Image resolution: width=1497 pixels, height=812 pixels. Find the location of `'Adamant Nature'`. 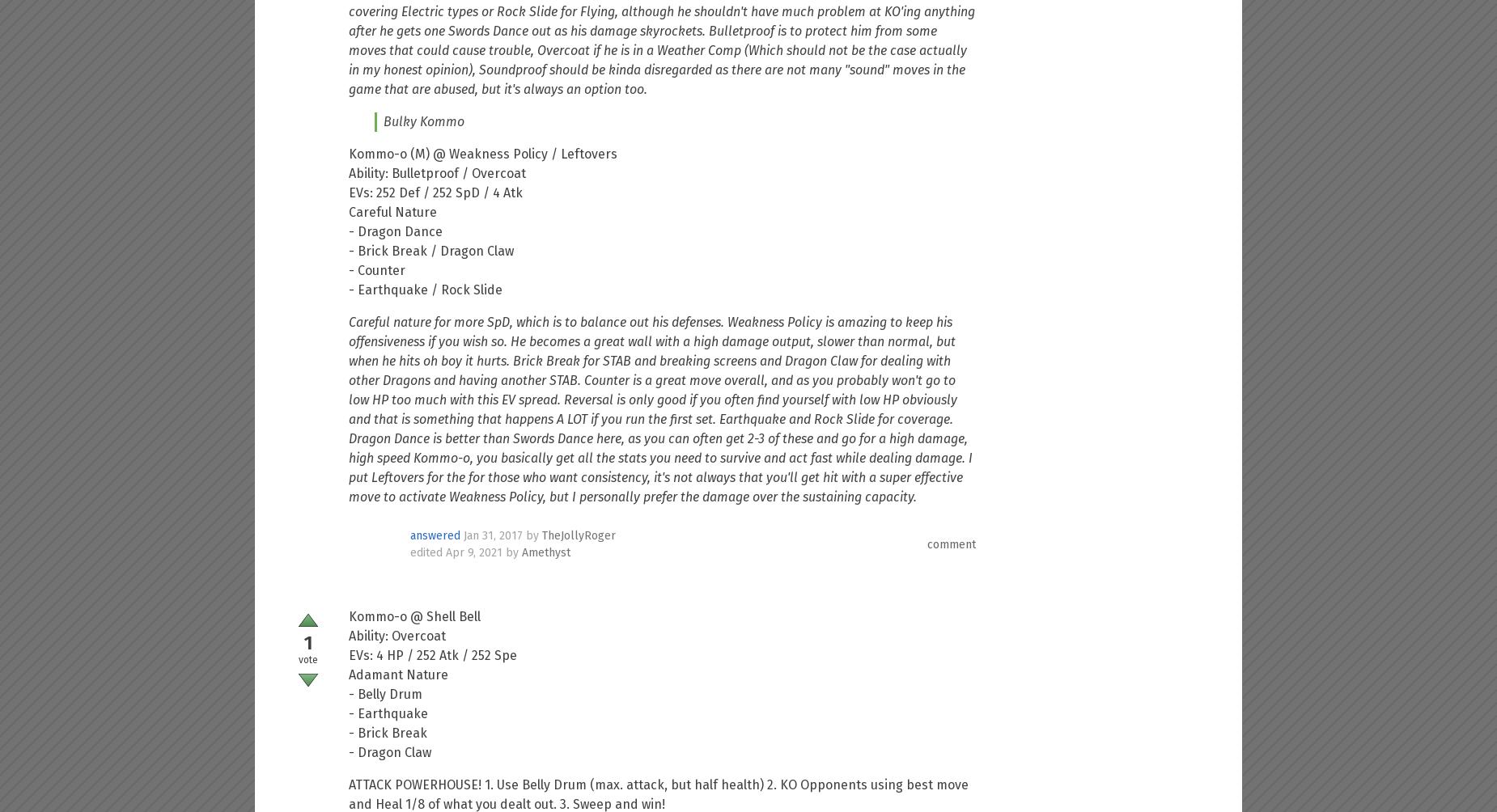

'Adamant Nature' is located at coordinates (348, 675).